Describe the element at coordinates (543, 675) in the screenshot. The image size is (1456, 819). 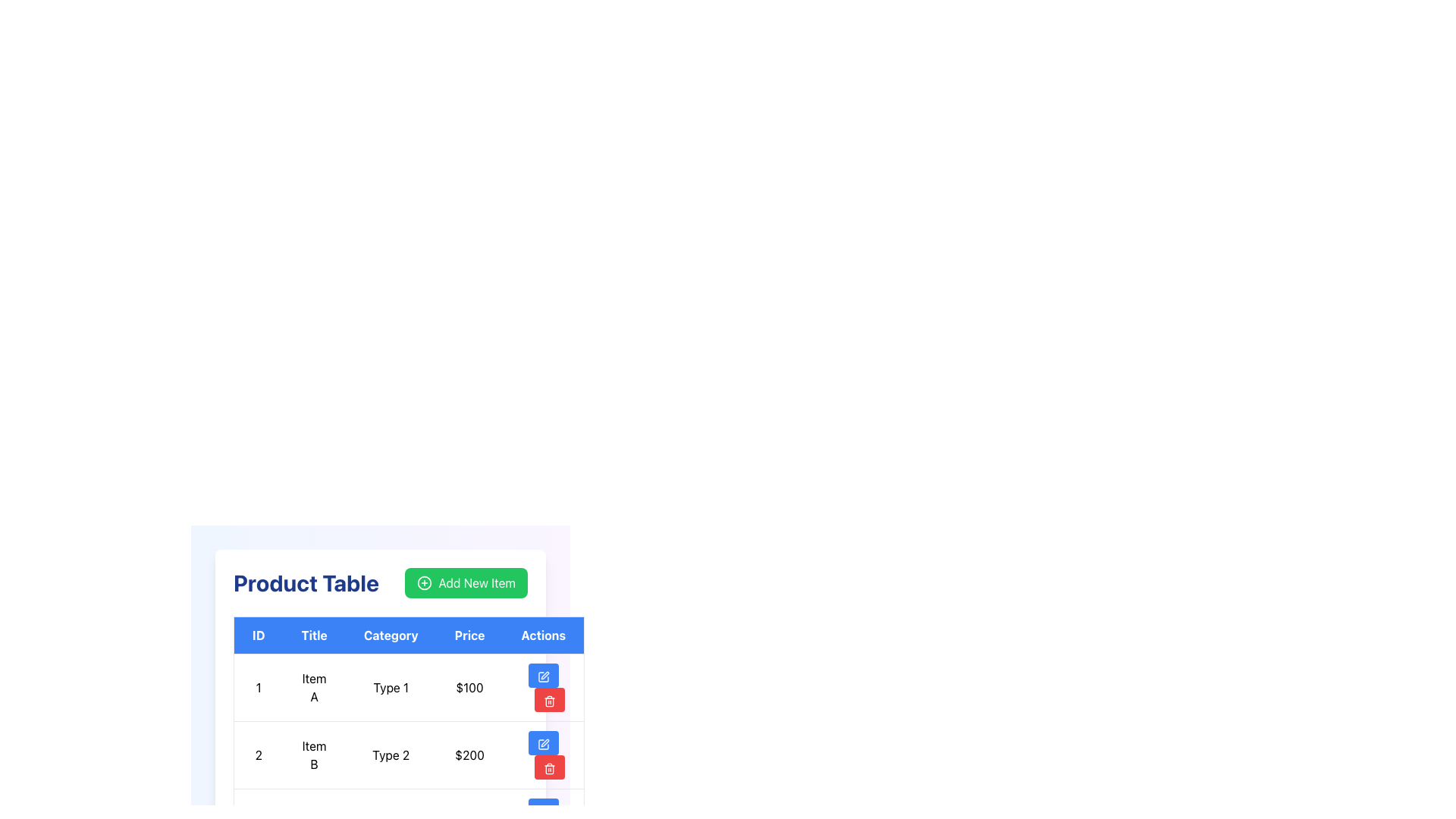
I see `the edit button located in the first row of the data table under the 'Actions' column` at that location.